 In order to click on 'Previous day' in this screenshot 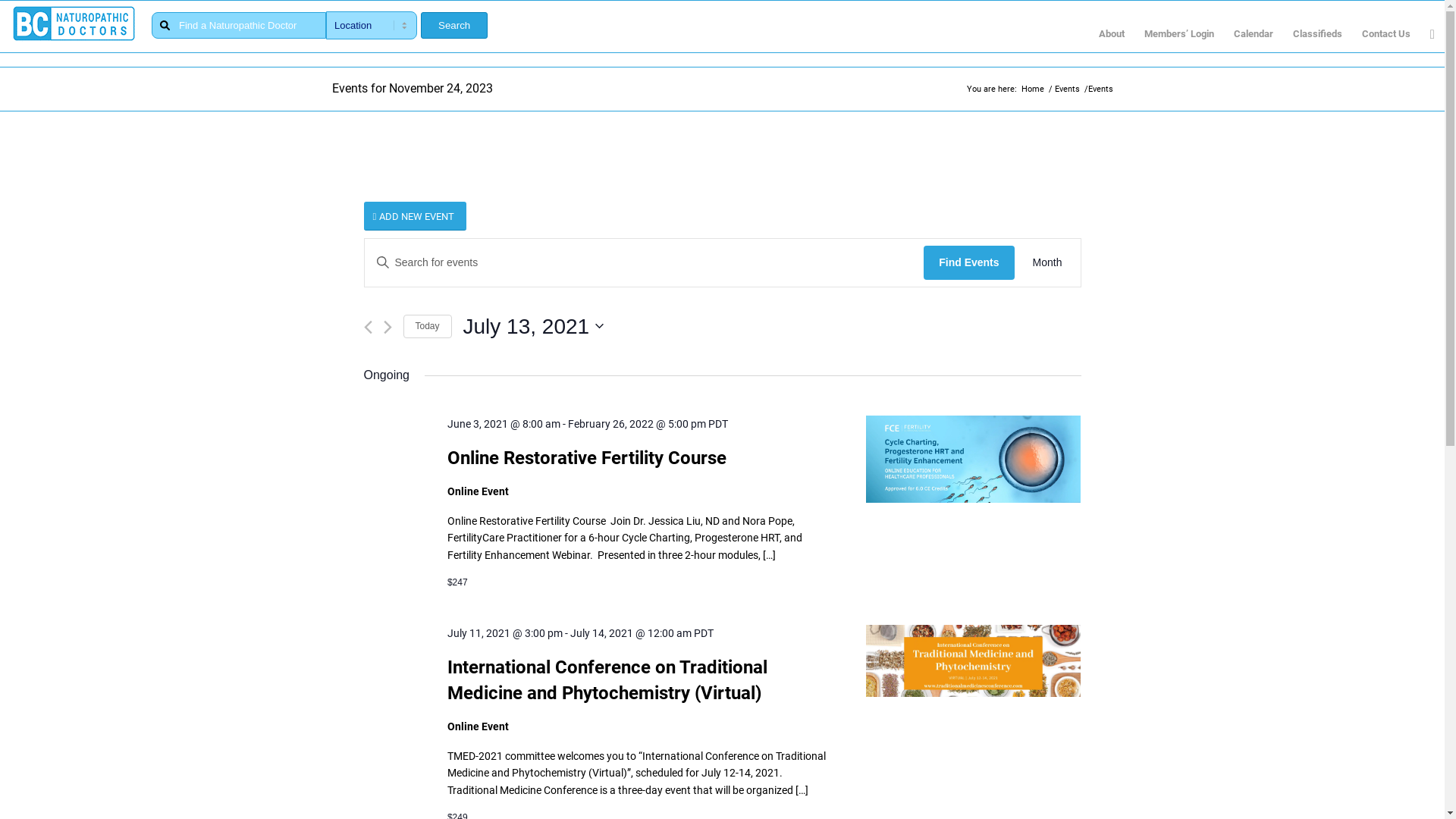, I will do `click(368, 326)`.